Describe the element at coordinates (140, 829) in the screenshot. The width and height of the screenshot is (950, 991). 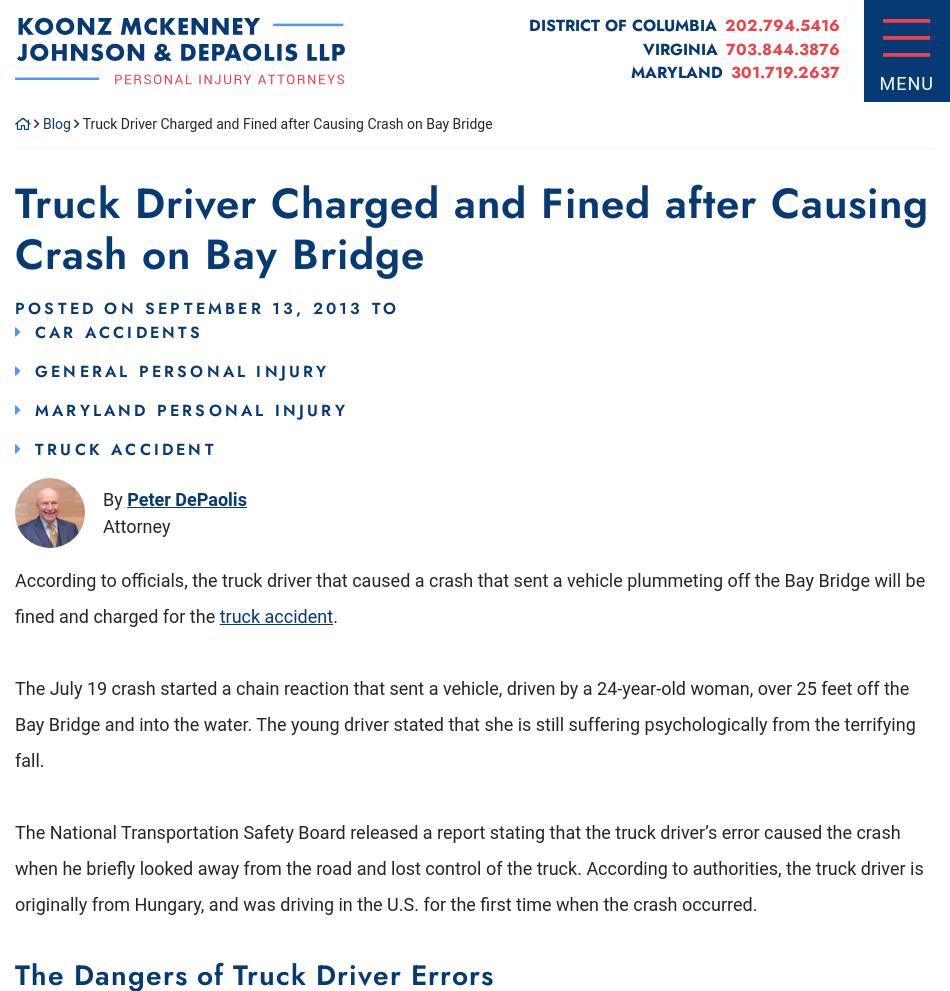
I see `'Personal Injury Attorneys'` at that location.